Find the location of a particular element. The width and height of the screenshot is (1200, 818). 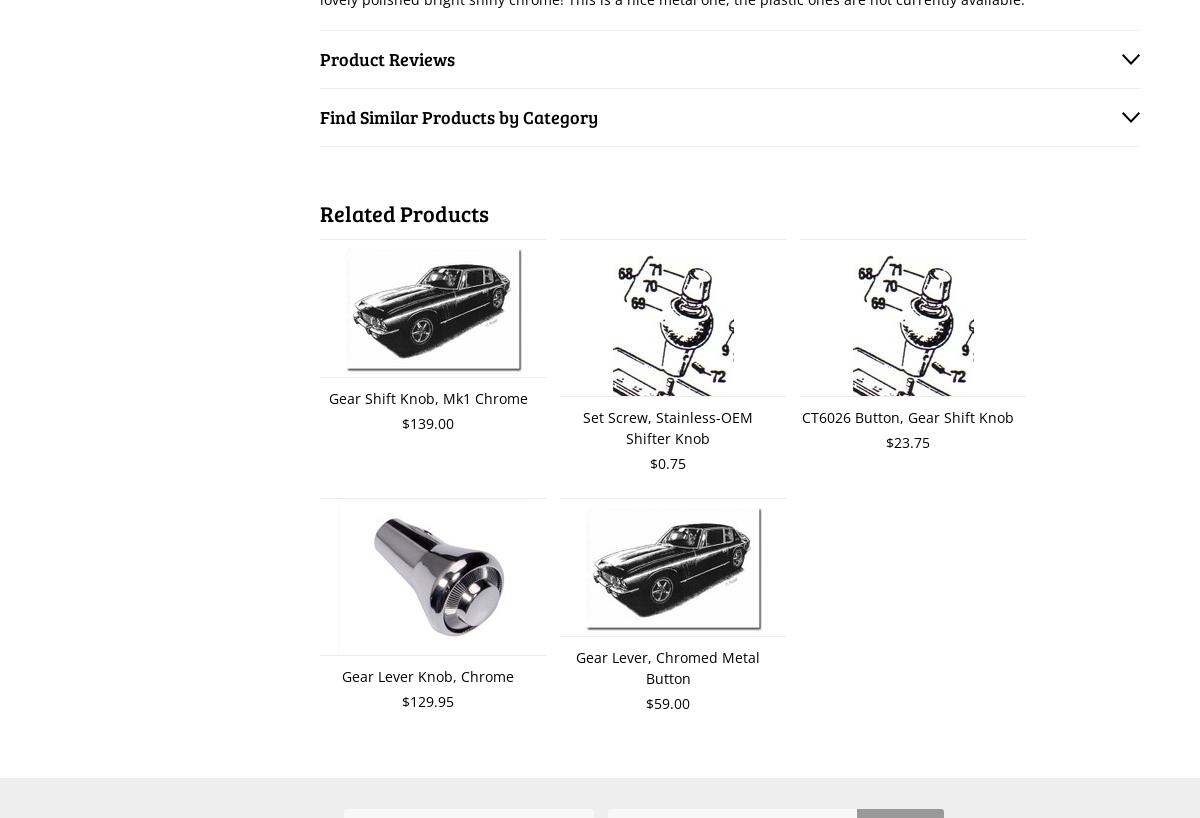

'$23.75' is located at coordinates (908, 441).